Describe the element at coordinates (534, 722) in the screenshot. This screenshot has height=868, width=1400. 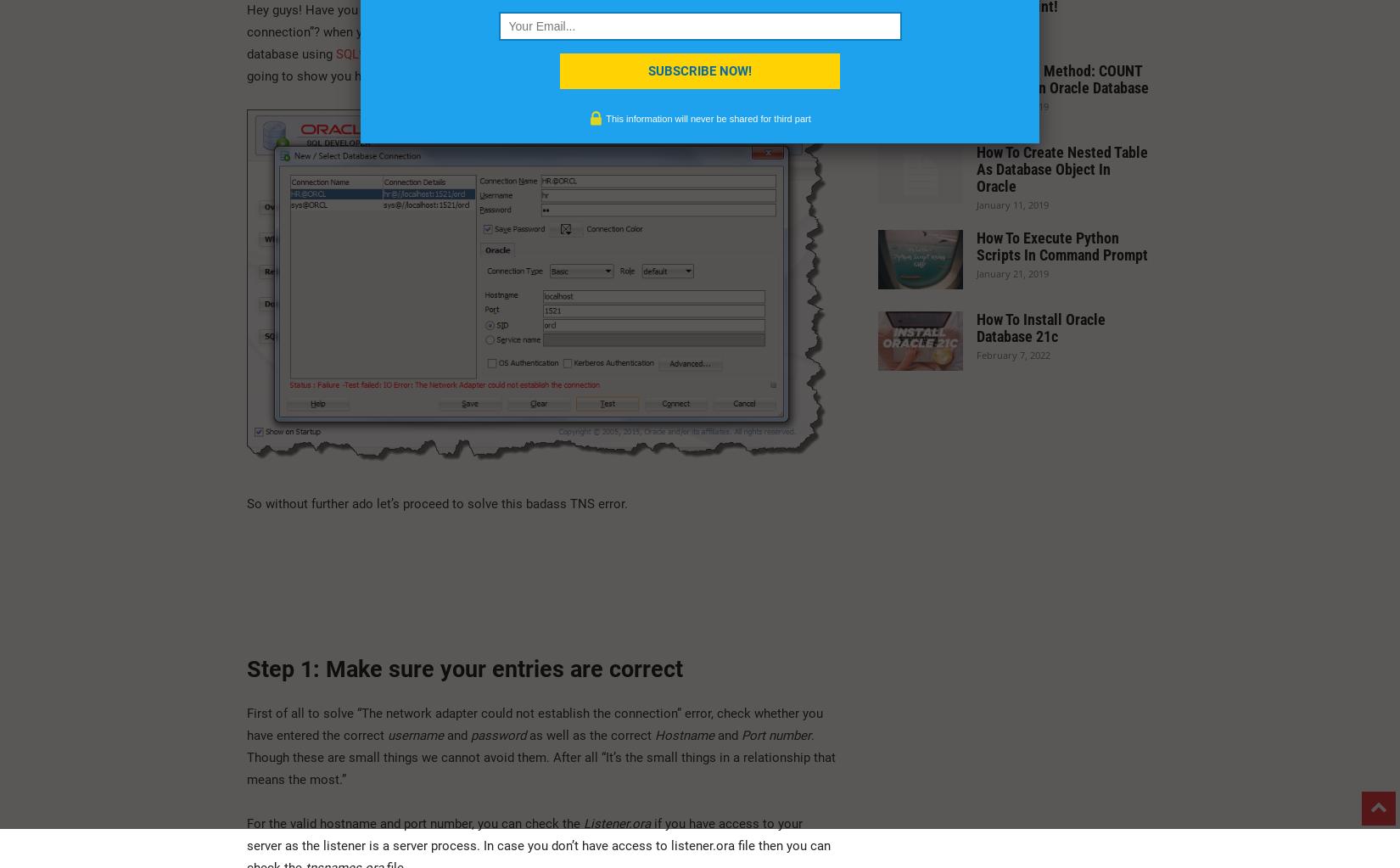
I see `'First of all to solve “The network adapter could not establish the connection” error, check whether you have entered the correct'` at that location.